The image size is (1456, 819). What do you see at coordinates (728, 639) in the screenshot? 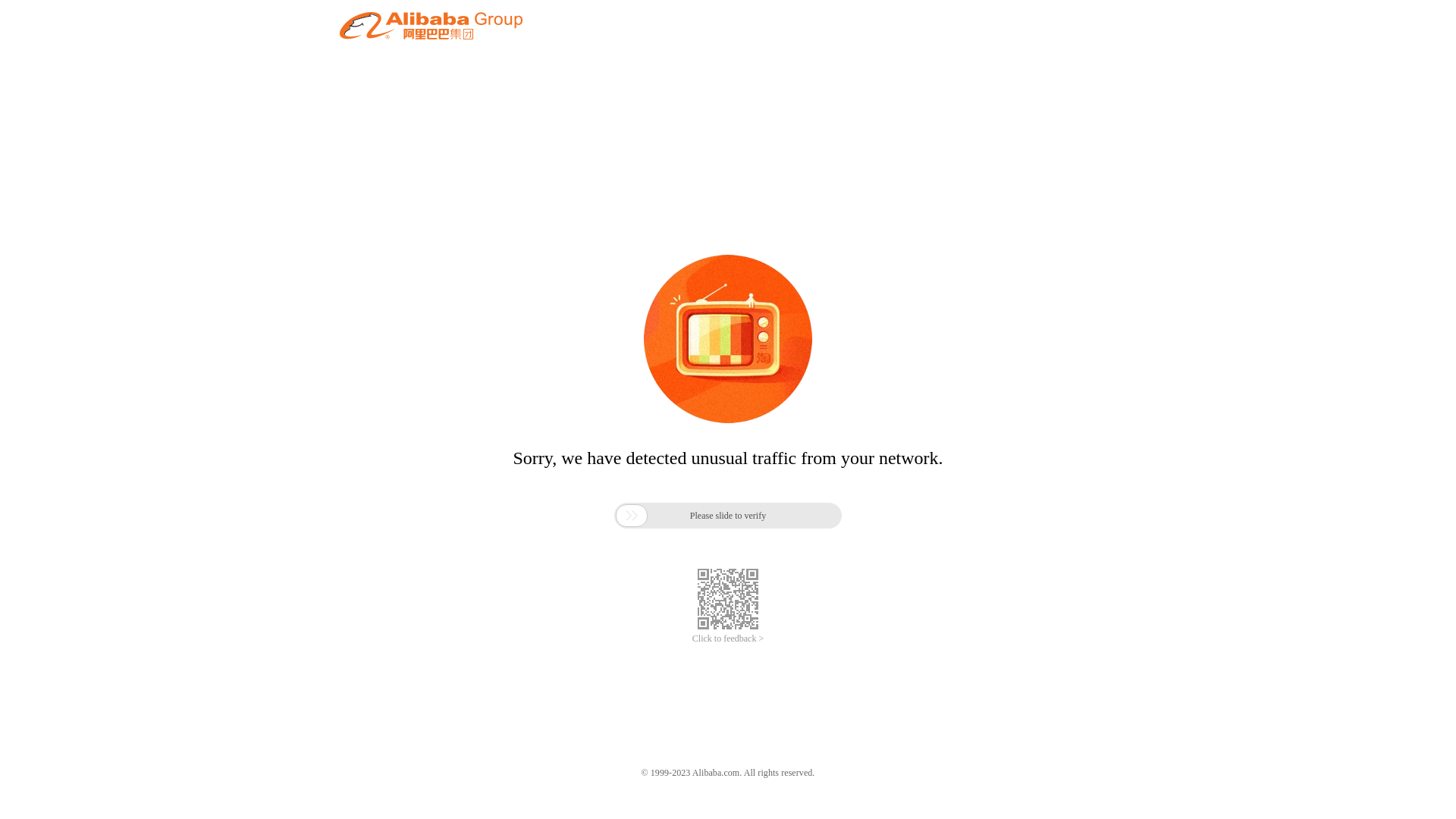
I see `'Click to feedback >'` at bounding box center [728, 639].